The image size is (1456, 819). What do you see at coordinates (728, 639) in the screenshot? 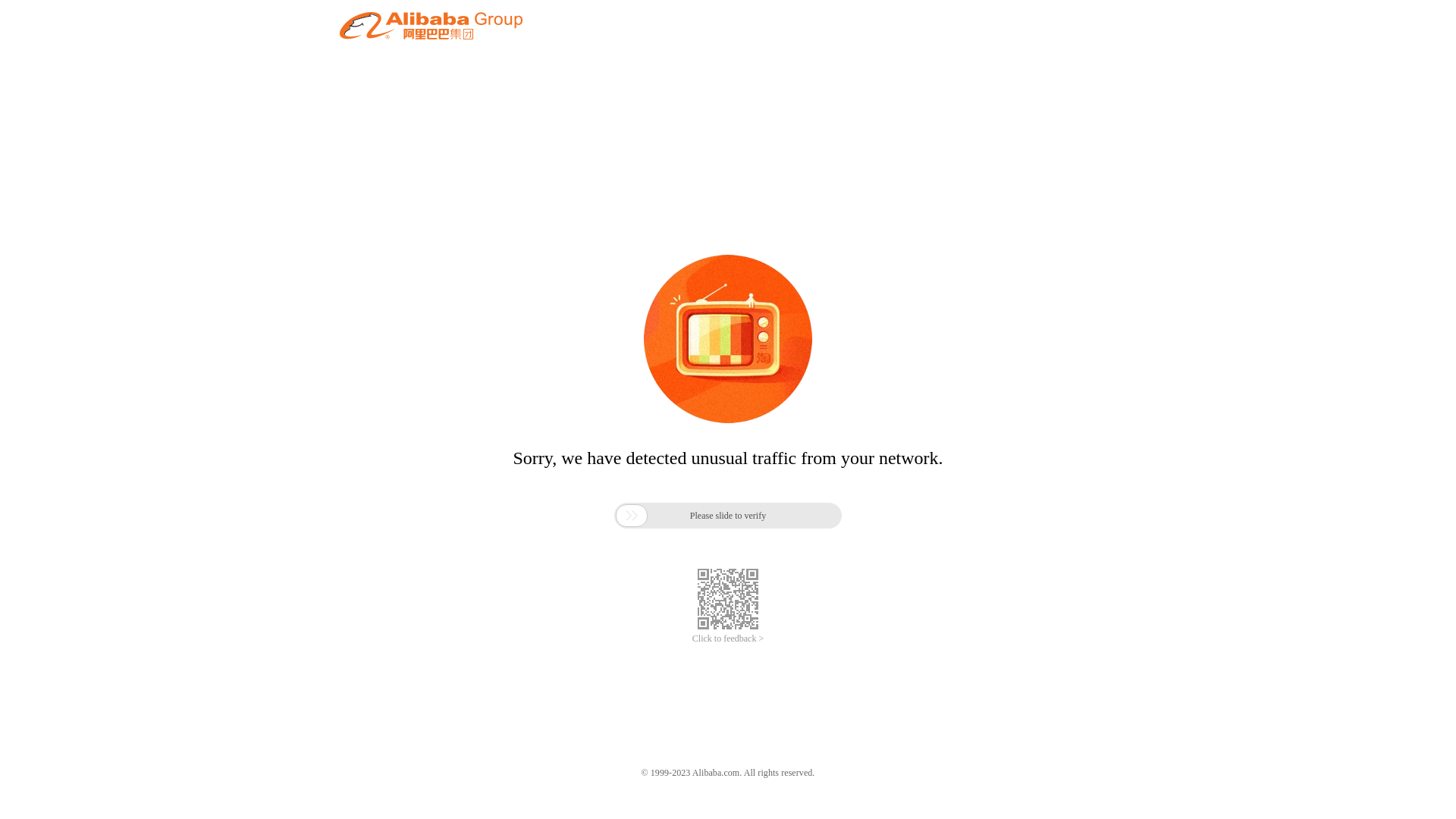
I see `'Click to feedback >'` at bounding box center [728, 639].